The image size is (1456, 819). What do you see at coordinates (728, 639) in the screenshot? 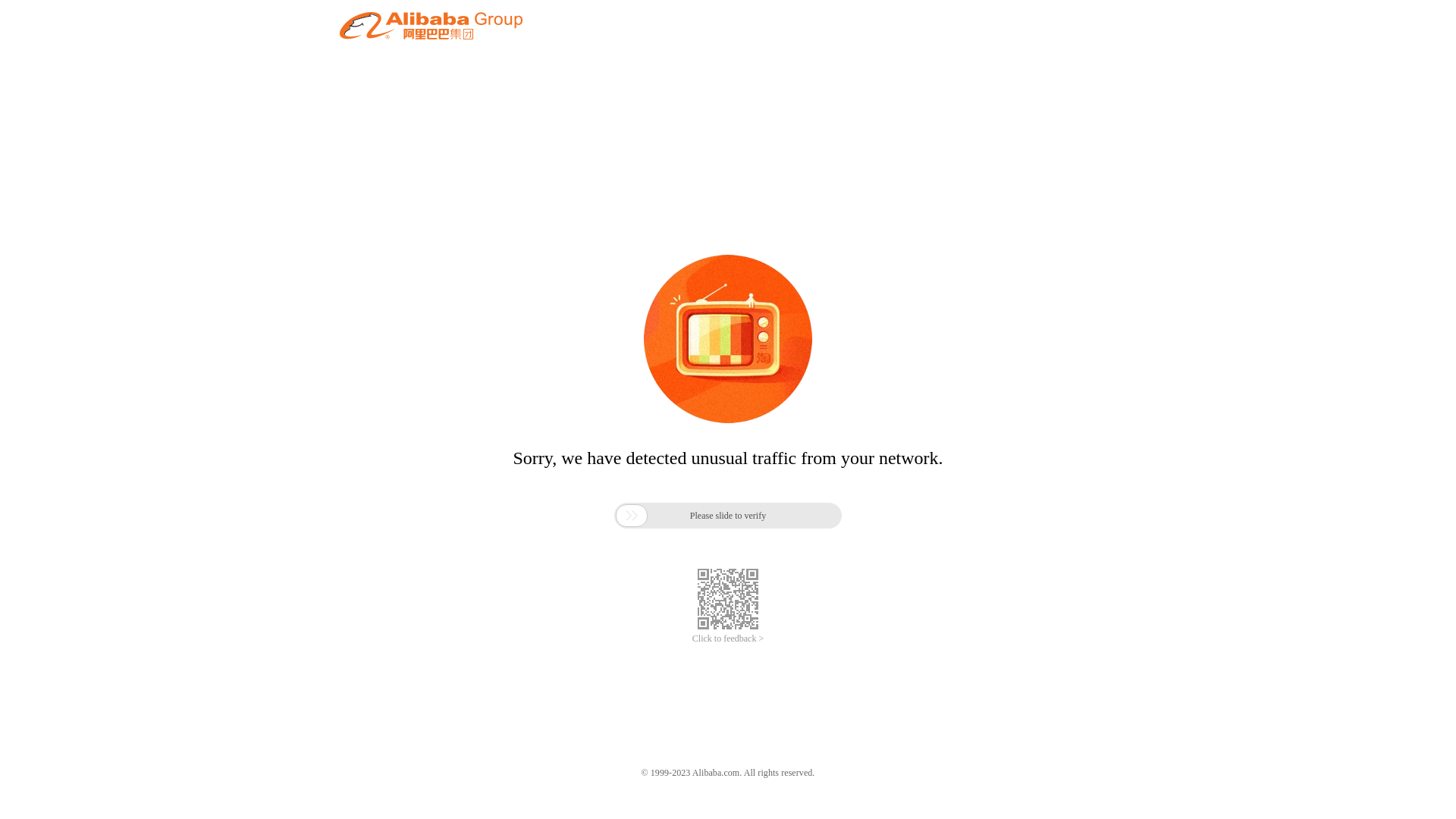
I see `'Click to feedback >'` at bounding box center [728, 639].